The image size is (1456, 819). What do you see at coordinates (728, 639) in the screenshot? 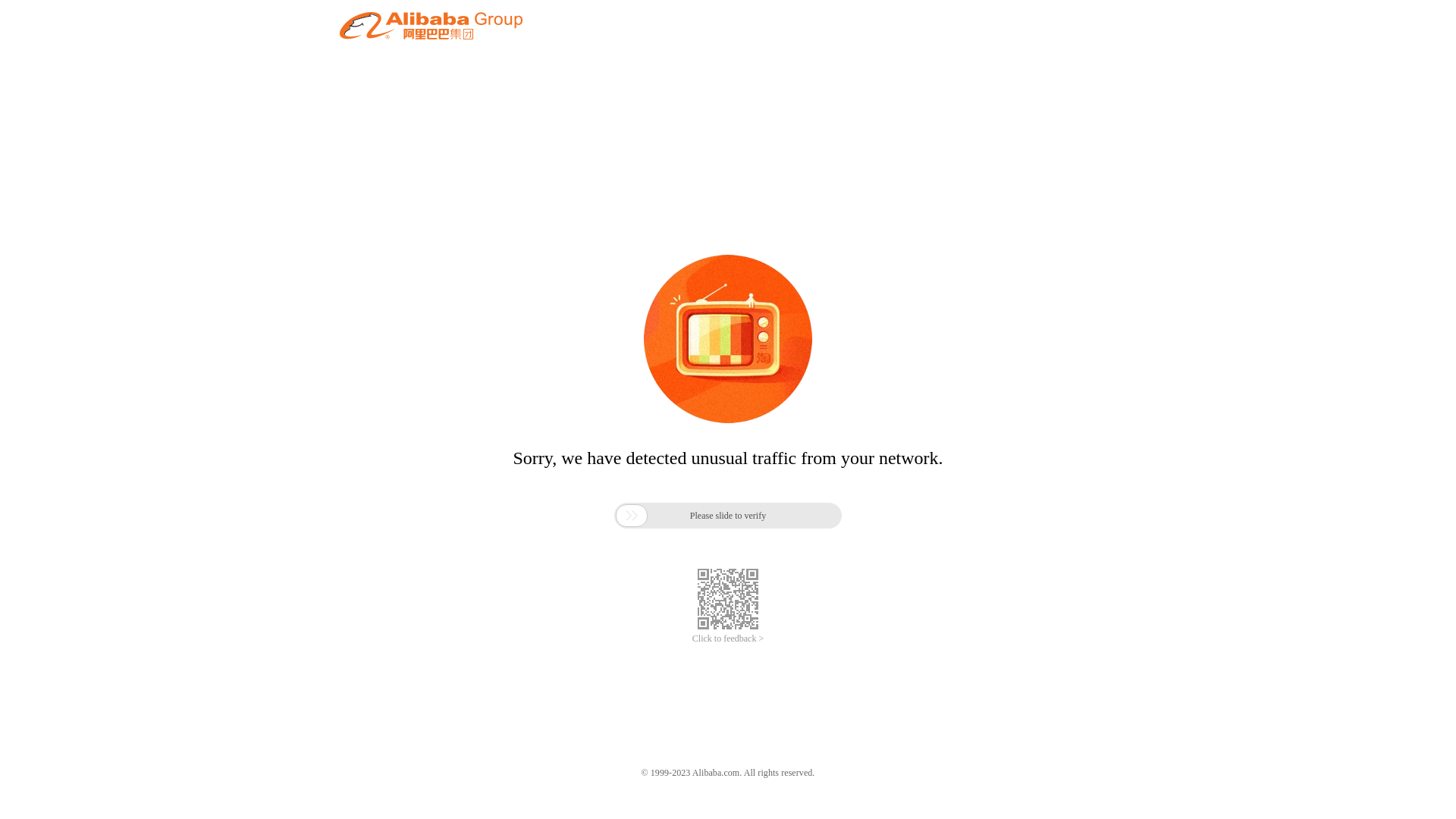
I see `'Click to feedback >'` at bounding box center [728, 639].